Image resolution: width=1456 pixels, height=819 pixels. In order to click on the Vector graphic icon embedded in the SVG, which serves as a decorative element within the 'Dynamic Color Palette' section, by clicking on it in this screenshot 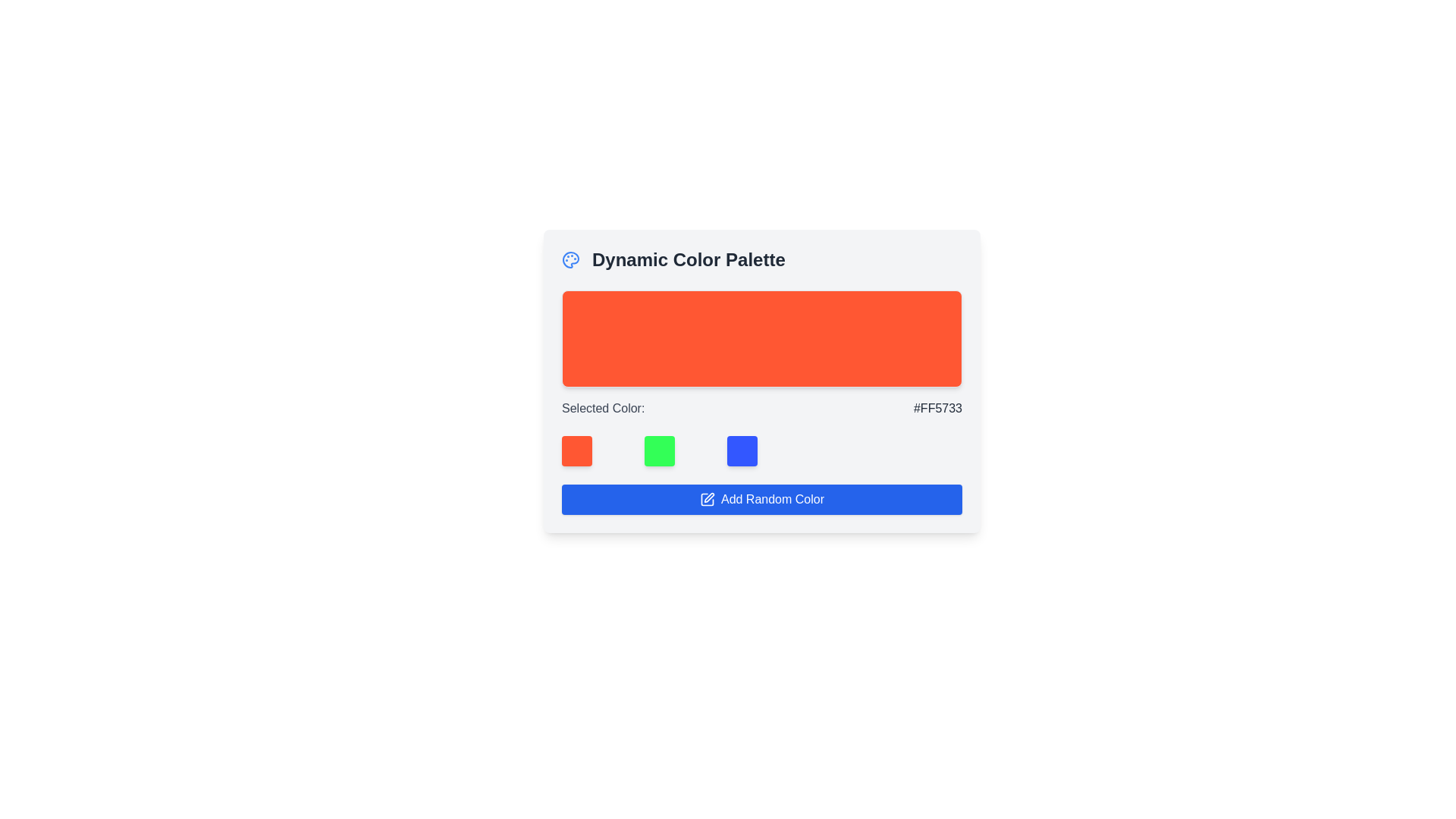, I will do `click(708, 497)`.